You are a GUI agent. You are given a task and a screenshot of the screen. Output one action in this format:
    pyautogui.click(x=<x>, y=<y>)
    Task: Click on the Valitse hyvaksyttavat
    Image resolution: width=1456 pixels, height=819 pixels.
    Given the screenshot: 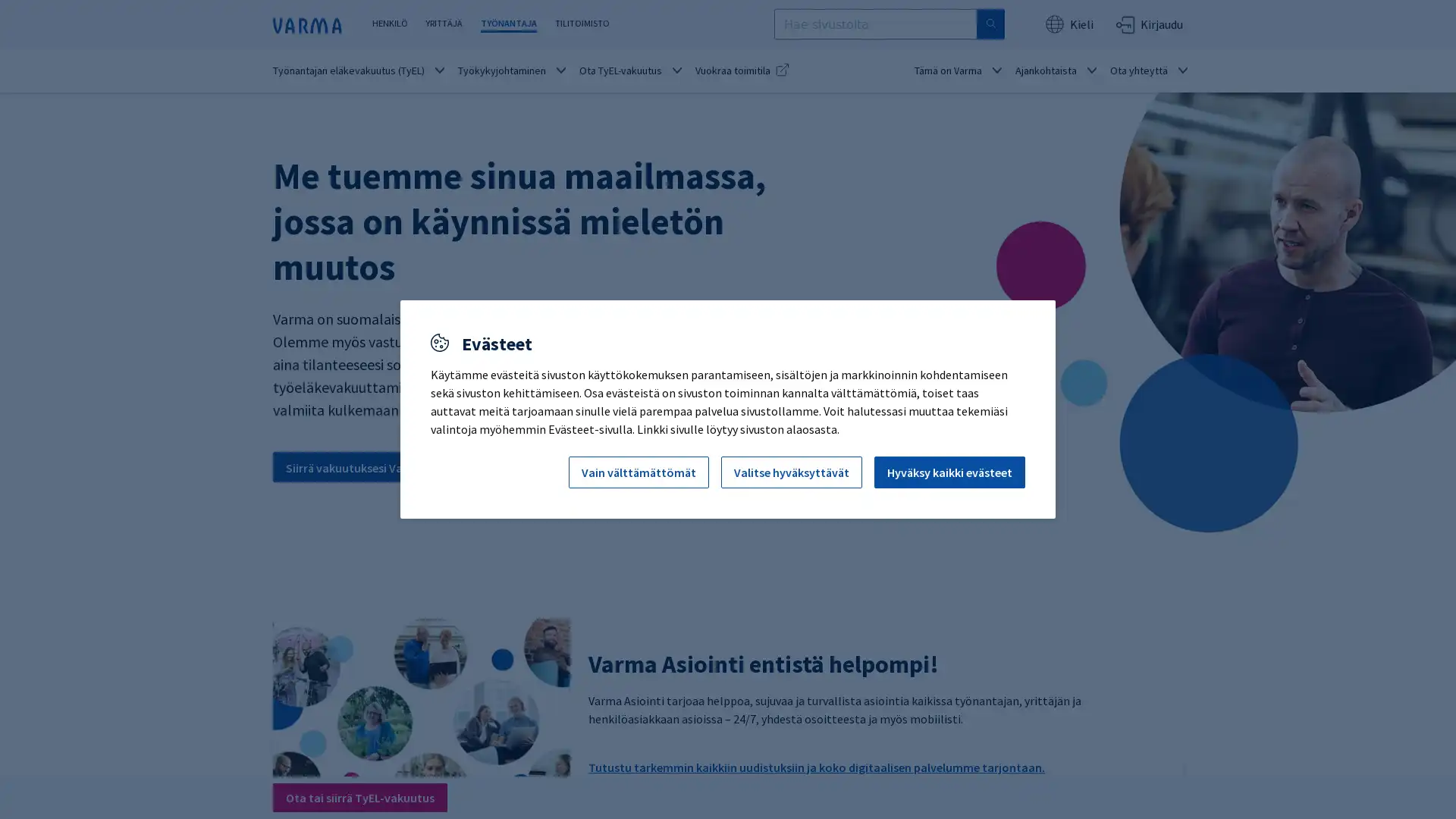 What is the action you would take?
    pyautogui.click(x=790, y=472)
    